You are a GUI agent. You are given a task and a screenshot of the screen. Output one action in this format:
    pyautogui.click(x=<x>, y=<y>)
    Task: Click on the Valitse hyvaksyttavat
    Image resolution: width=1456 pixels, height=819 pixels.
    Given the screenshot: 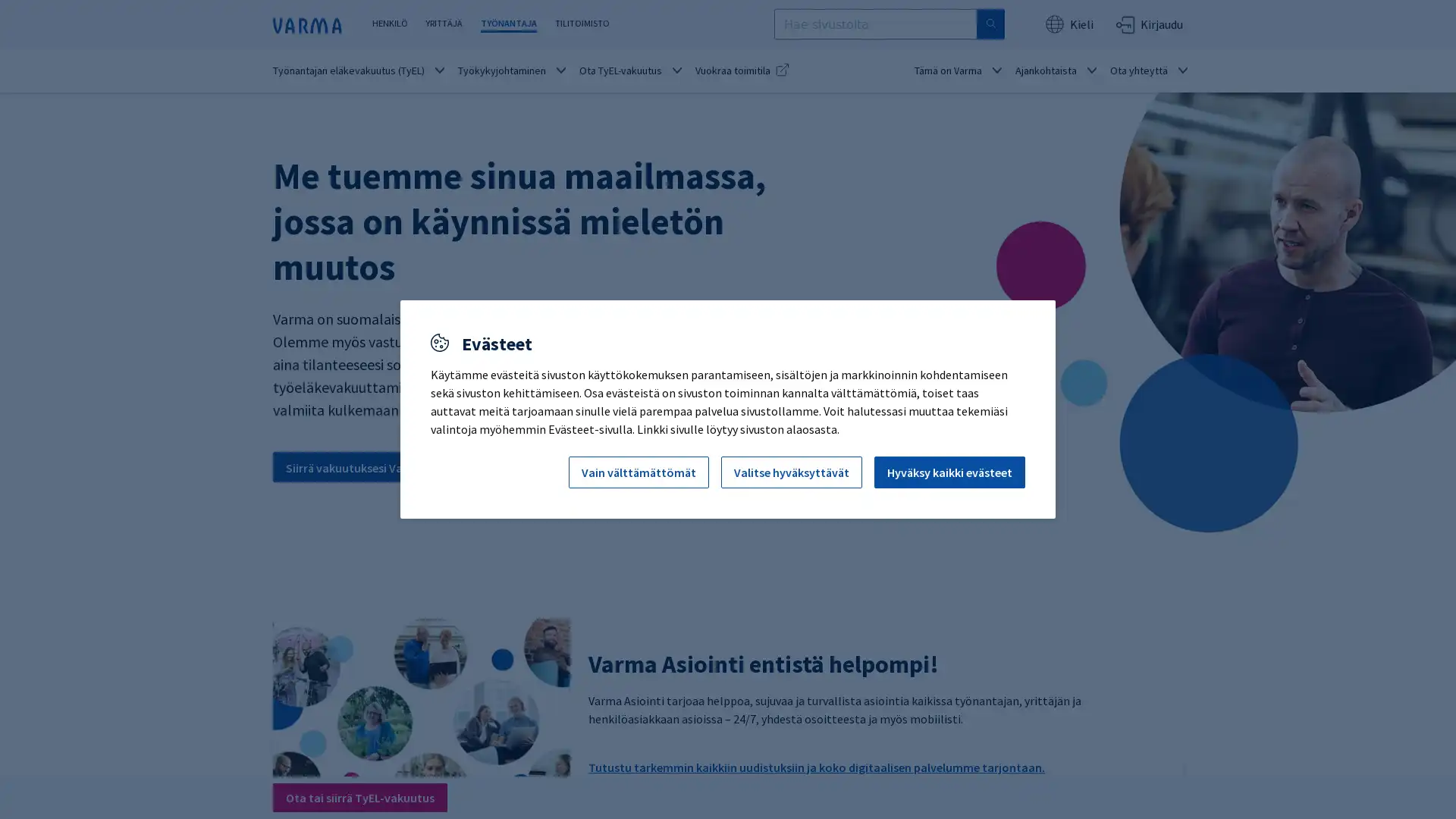 What is the action you would take?
    pyautogui.click(x=790, y=472)
    